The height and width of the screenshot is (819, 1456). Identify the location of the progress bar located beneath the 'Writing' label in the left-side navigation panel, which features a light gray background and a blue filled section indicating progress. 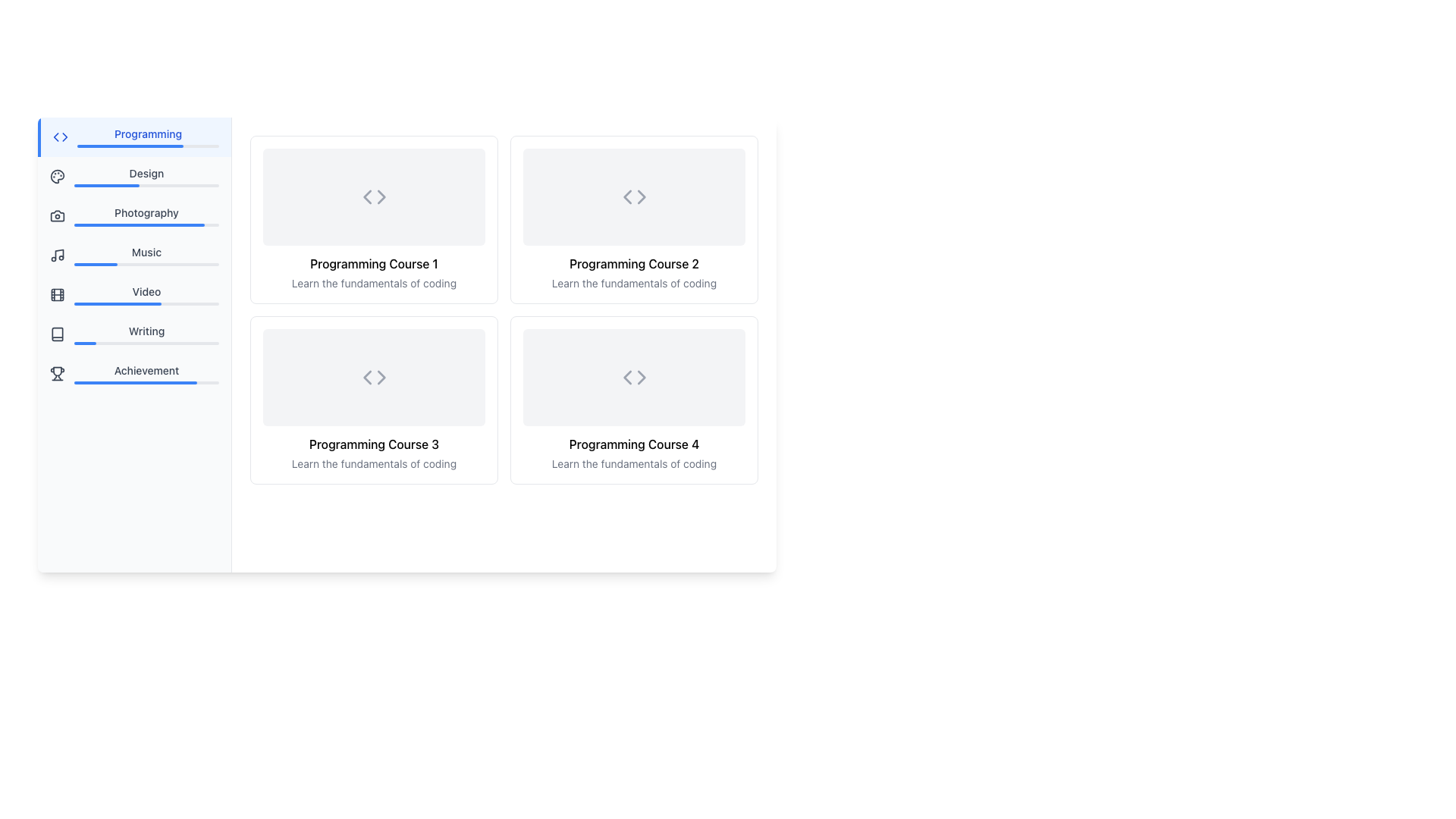
(146, 343).